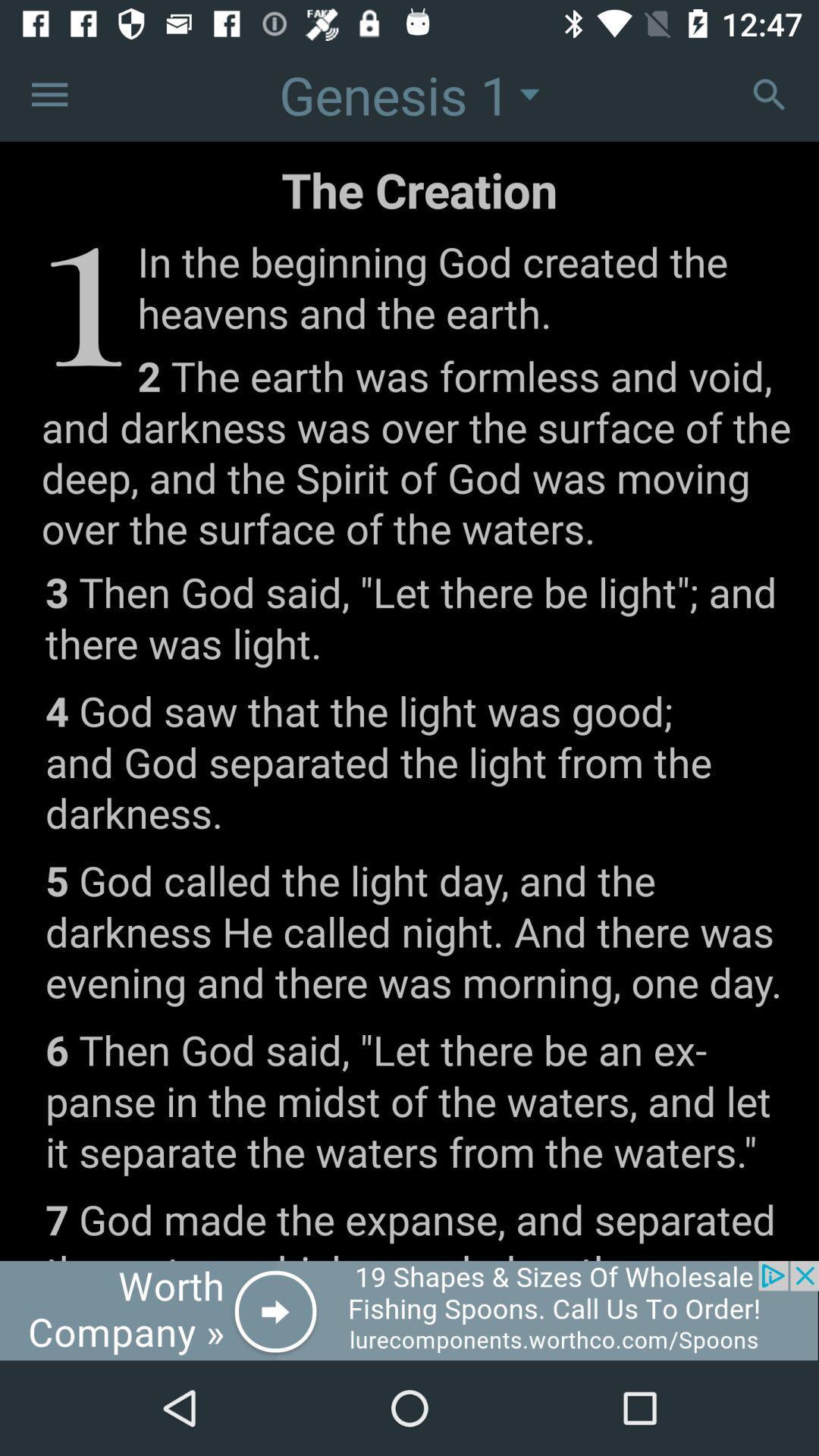  Describe the element at coordinates (409, 1310) in the screenshot. I see `interact with advertisement` at that location.